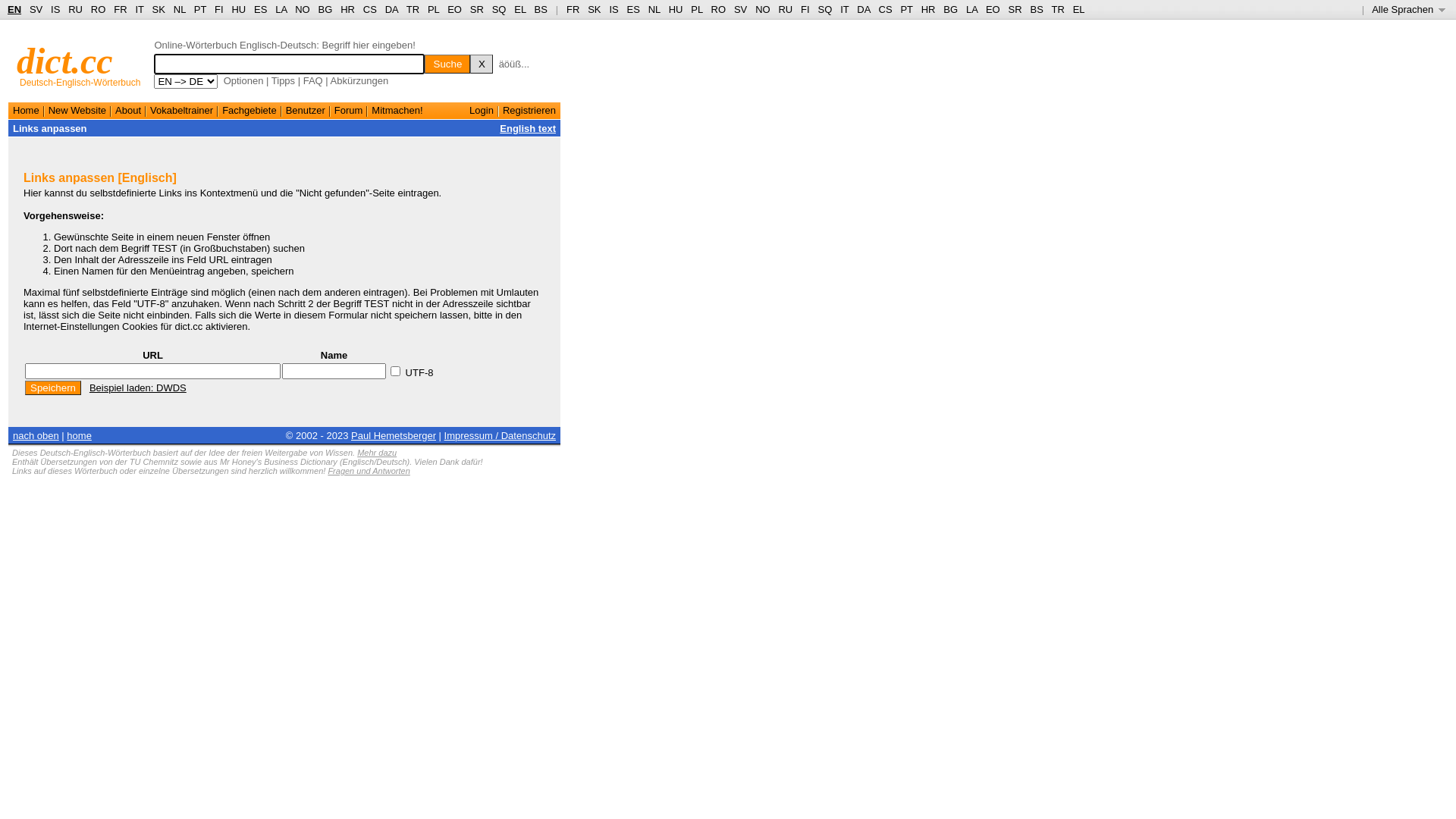 This screenshot has width=1456, height=819. I want to click on 'Registrieren', so click(529, 109).